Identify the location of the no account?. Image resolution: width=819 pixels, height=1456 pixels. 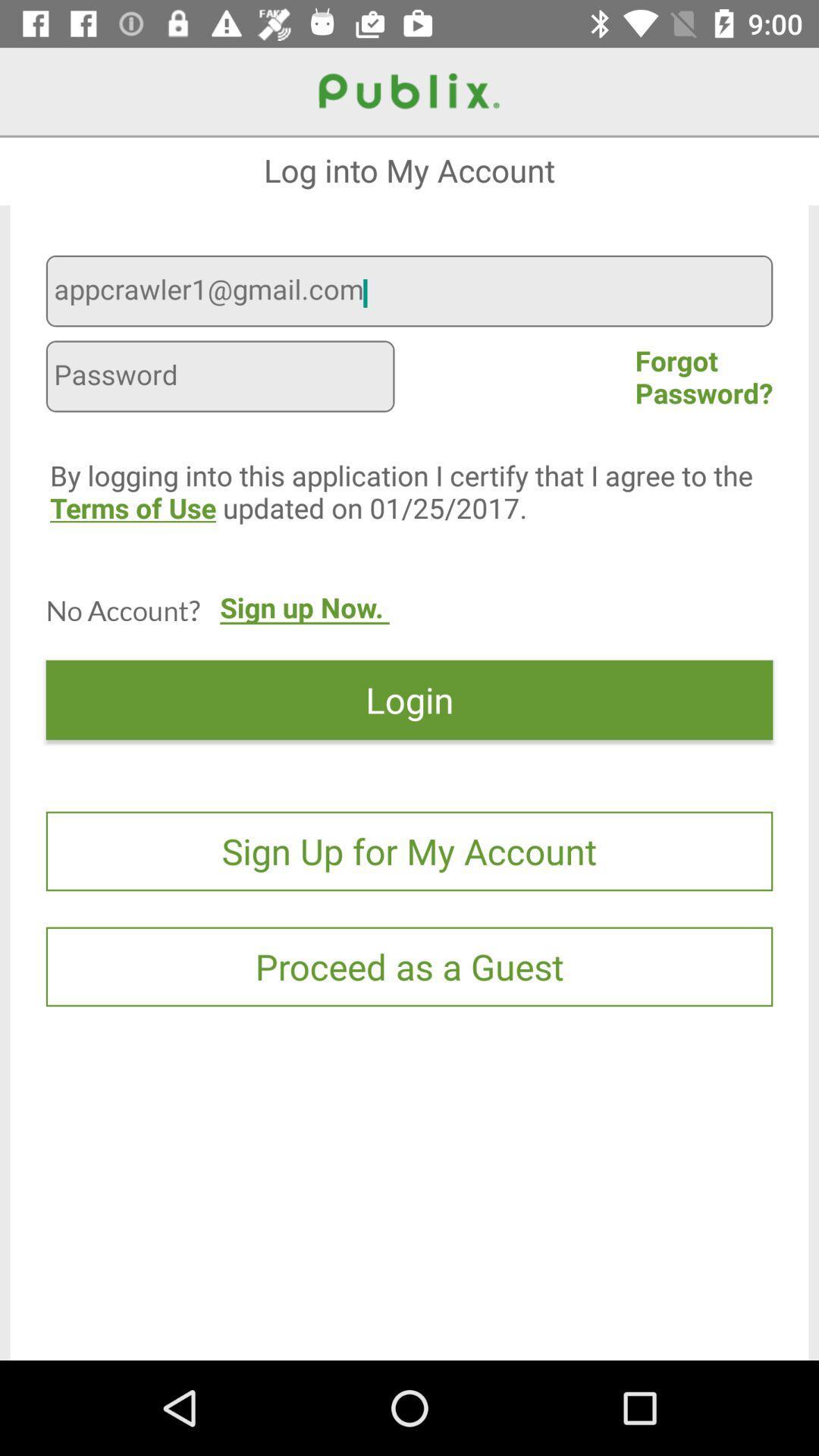
(122, 610).